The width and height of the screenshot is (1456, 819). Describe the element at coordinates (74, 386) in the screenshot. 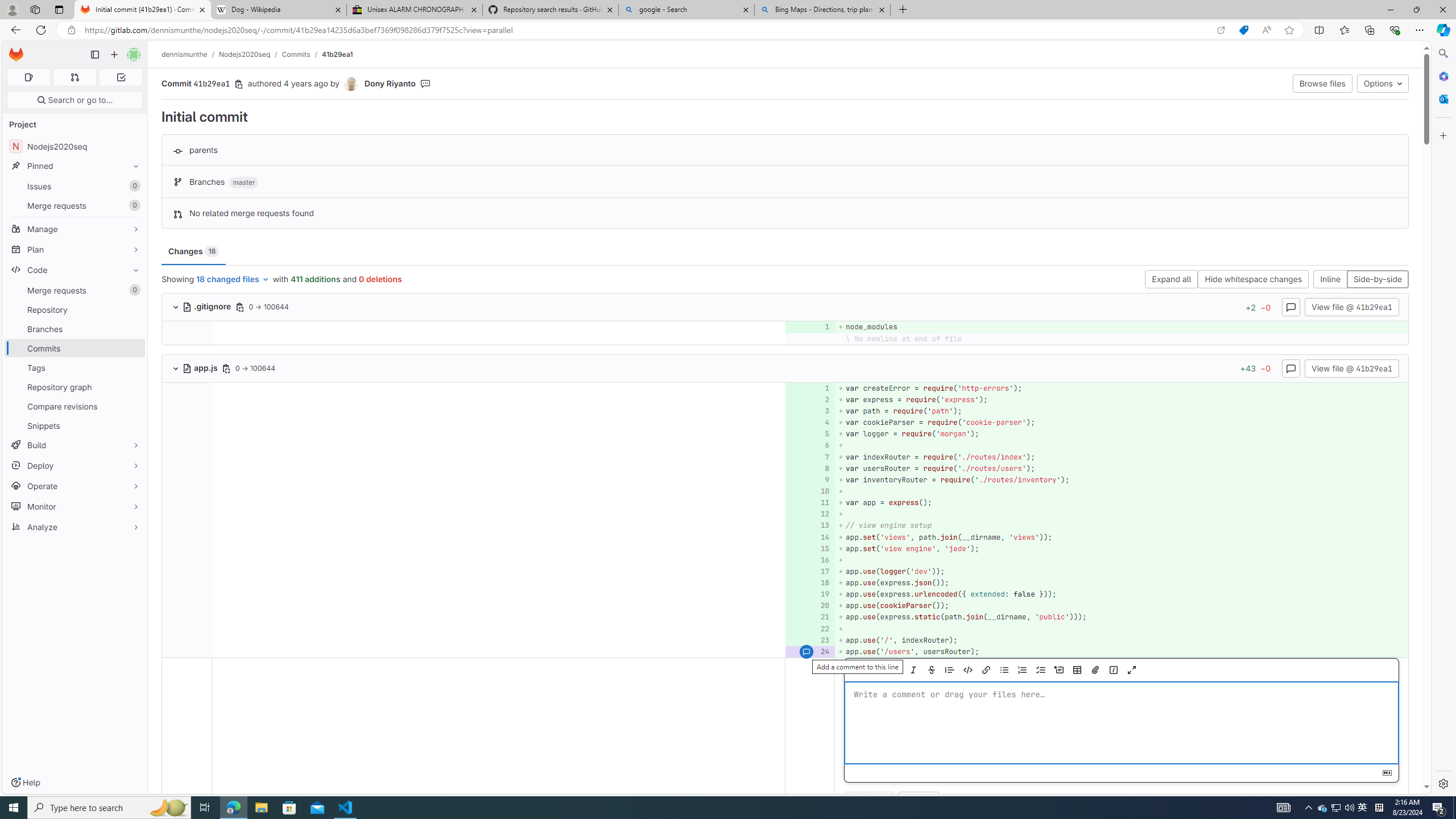

I see `'Repository graph'` at that location.